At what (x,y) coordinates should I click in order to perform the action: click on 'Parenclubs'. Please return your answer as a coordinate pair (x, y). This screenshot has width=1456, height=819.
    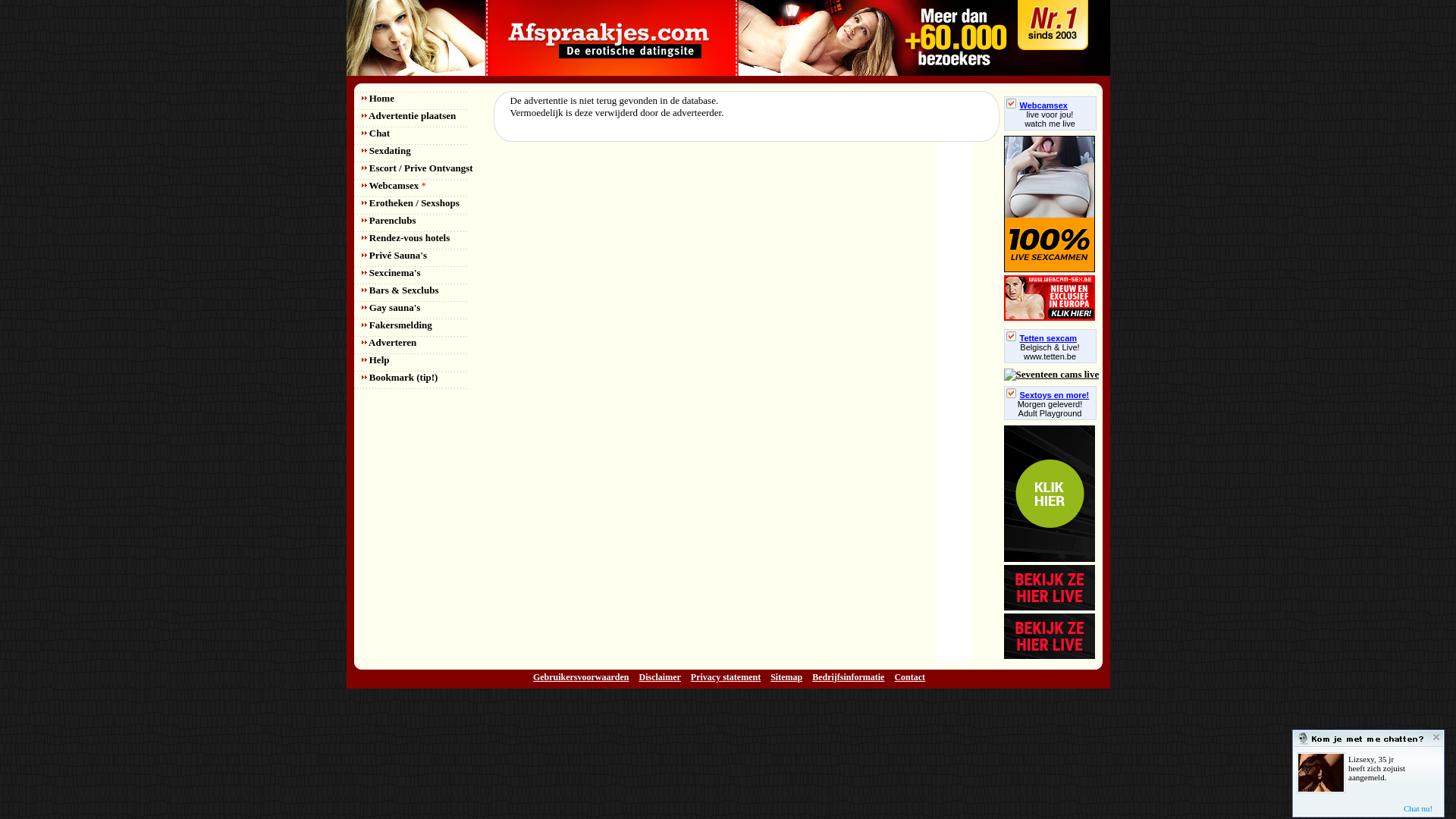
    Looking at the image, I should click on (388, 220).